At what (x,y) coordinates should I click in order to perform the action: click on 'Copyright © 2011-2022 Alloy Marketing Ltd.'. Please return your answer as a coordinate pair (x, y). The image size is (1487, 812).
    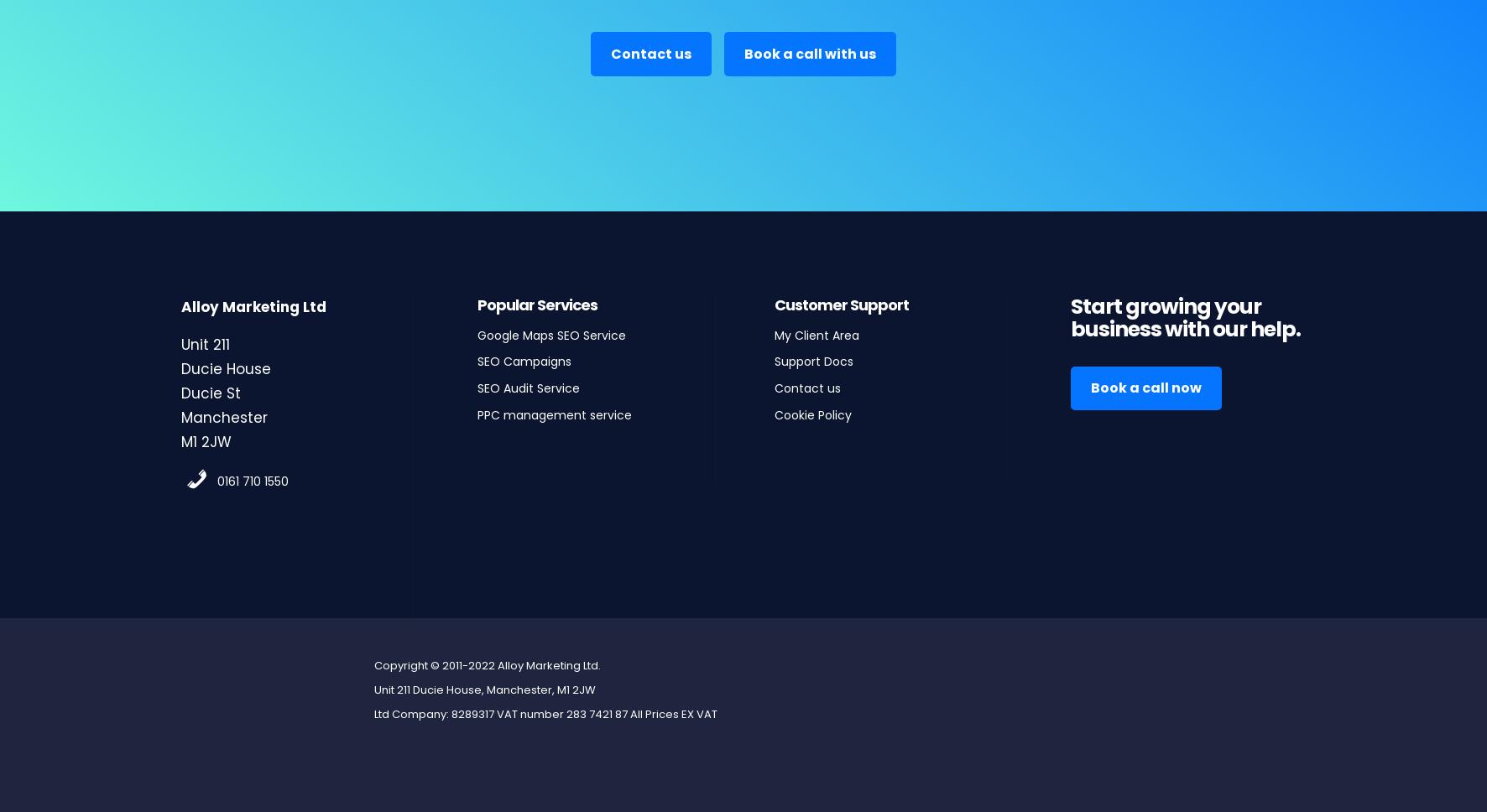
    Looking at the image, I should click on (486, 664).